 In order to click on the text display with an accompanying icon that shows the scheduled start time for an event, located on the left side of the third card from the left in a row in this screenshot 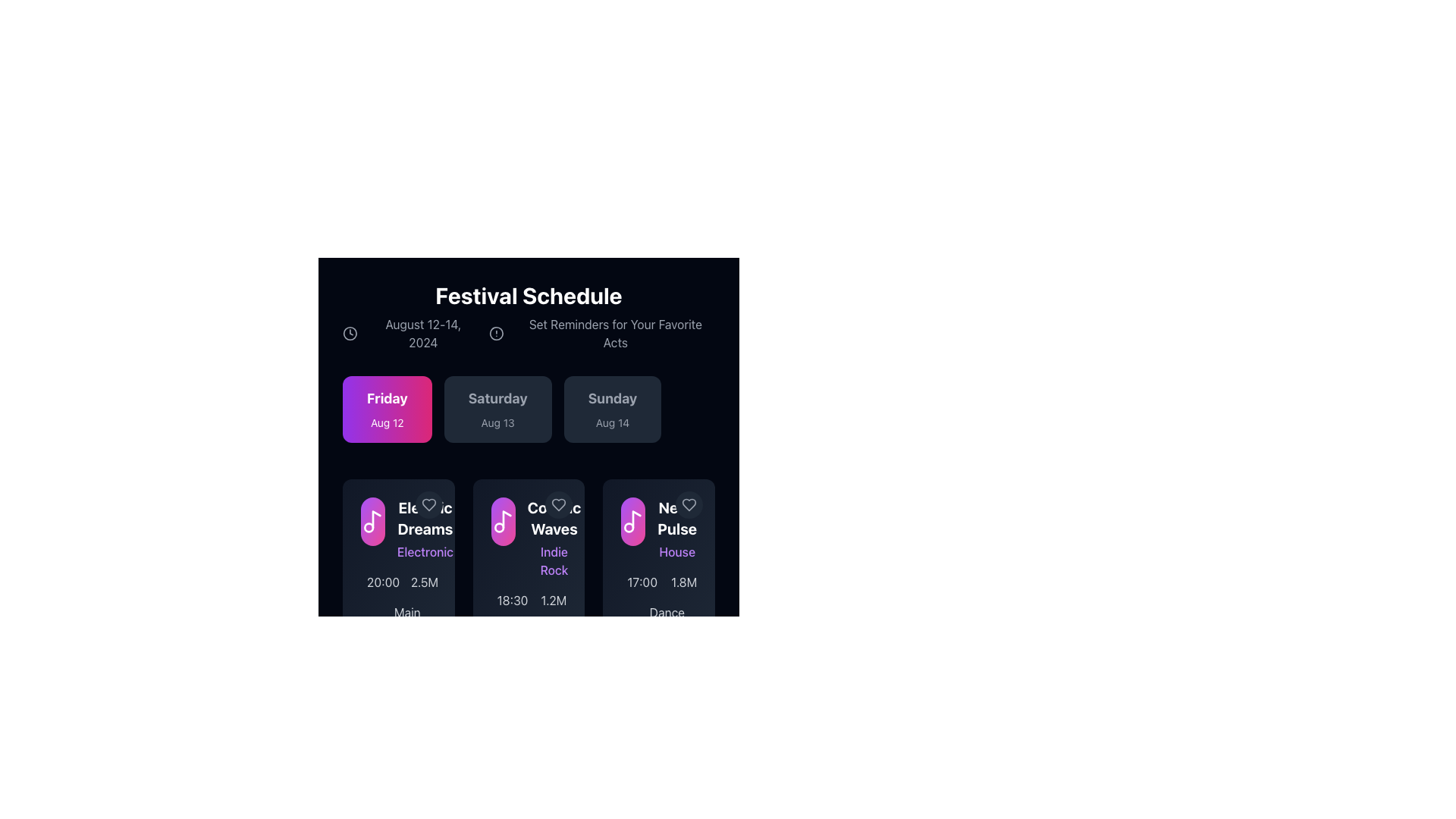, I will do `click(637, 581)`.